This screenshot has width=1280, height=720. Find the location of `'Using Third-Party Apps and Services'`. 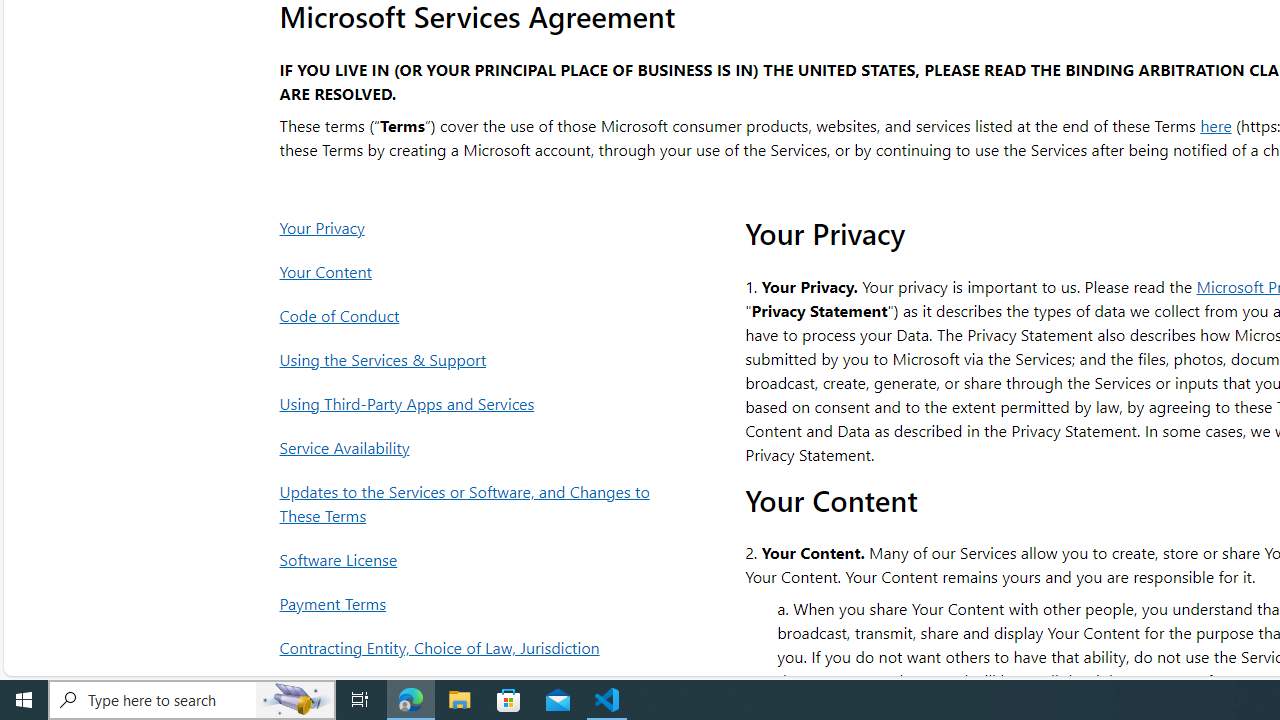

'Using Third-Party Apps and Services' is located at coordinates (469, 403).